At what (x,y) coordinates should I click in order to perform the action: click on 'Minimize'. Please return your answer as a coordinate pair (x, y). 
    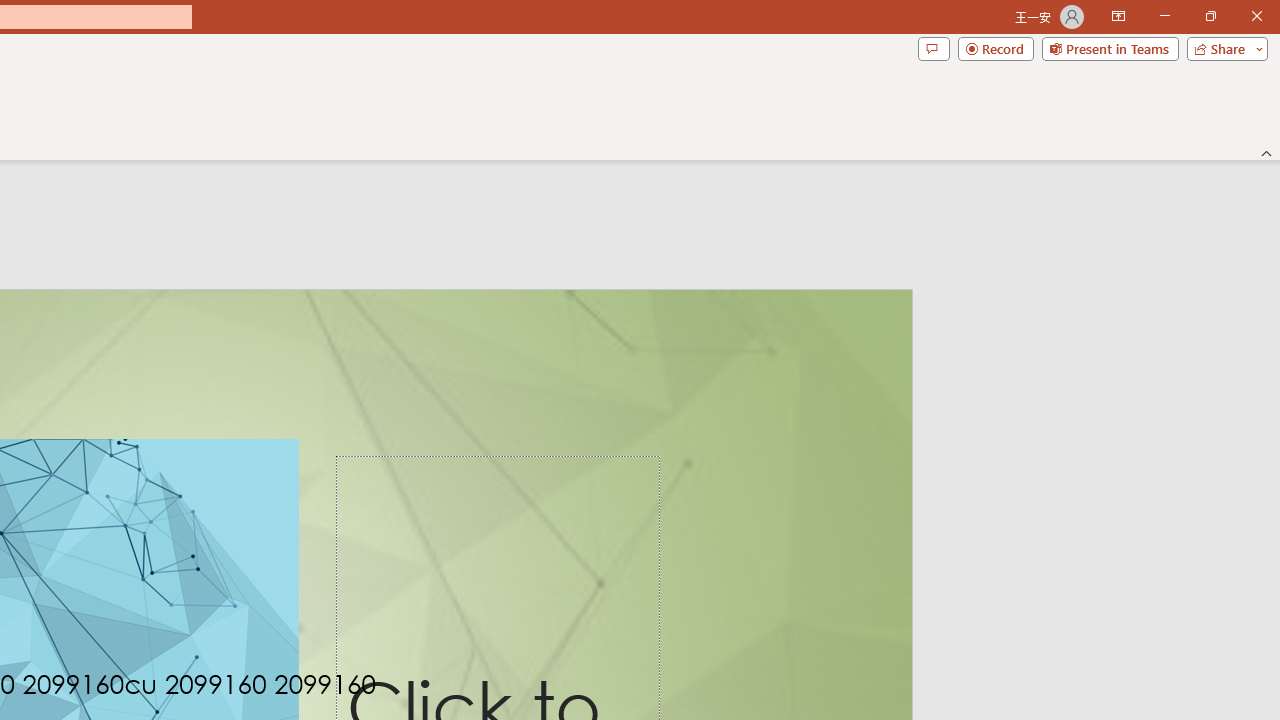
    Looking at the image, I should click on (1164, 16).